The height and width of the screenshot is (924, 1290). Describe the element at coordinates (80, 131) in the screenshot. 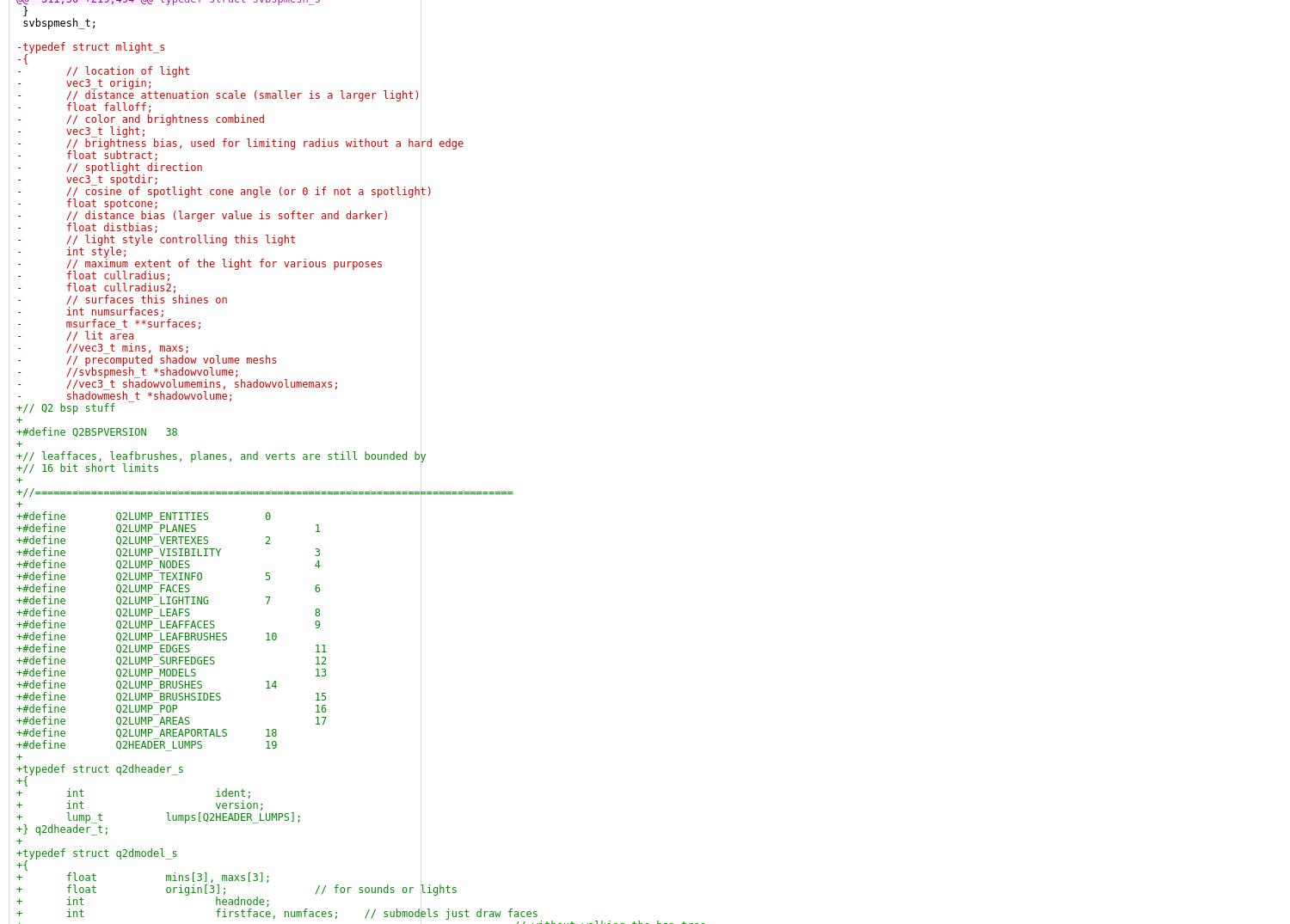

I see `'-       vec3_t light;'` at that location.